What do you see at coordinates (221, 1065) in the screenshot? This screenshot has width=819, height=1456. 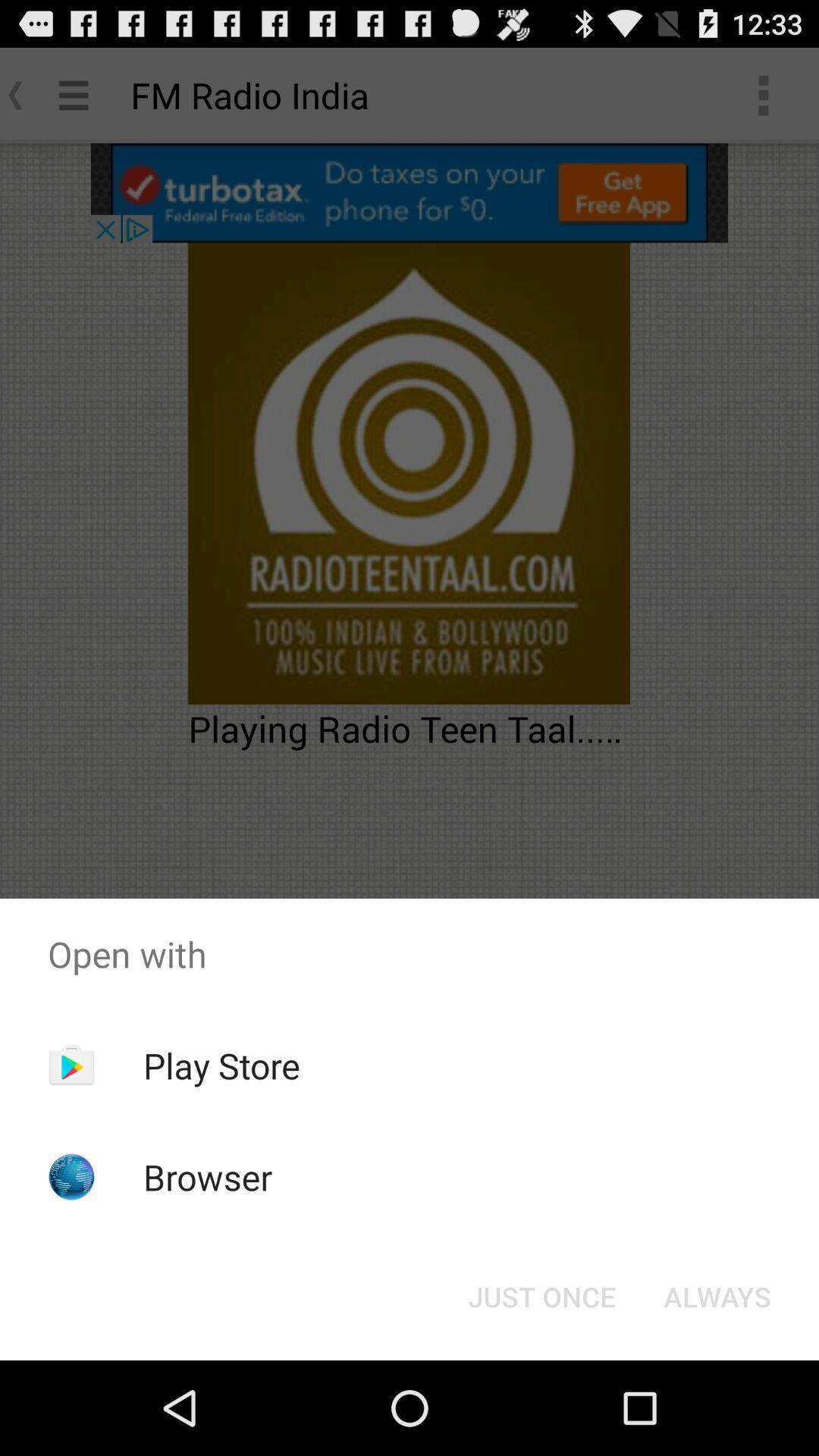 I see `the item above browser app` at bounding box center [221, 1065].